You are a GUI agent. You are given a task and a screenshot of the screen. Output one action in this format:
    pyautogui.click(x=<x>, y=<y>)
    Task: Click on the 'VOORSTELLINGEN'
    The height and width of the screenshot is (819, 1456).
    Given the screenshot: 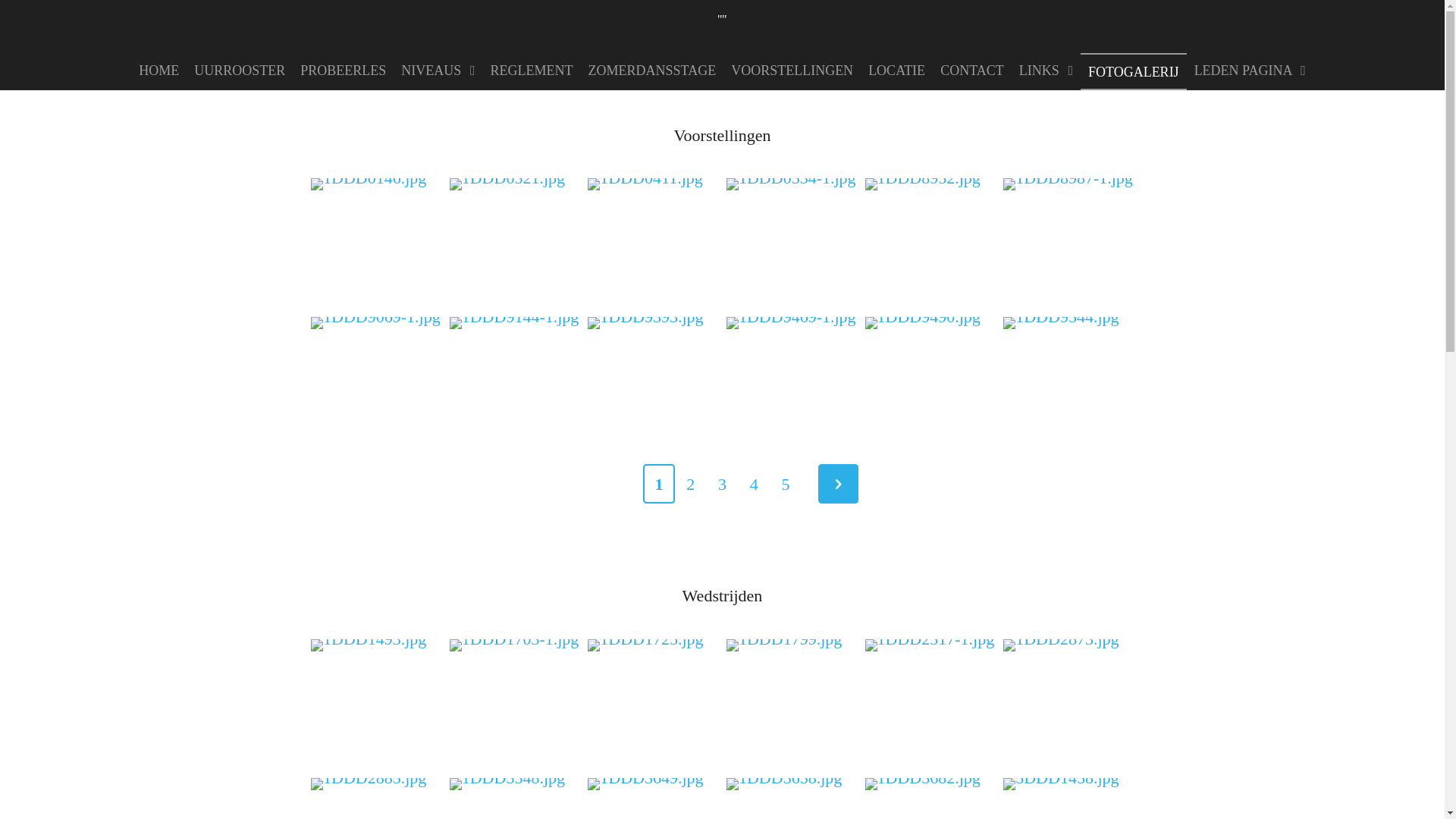 What is the action you would take?
    pyautogui.click(x=791, y=70)
    